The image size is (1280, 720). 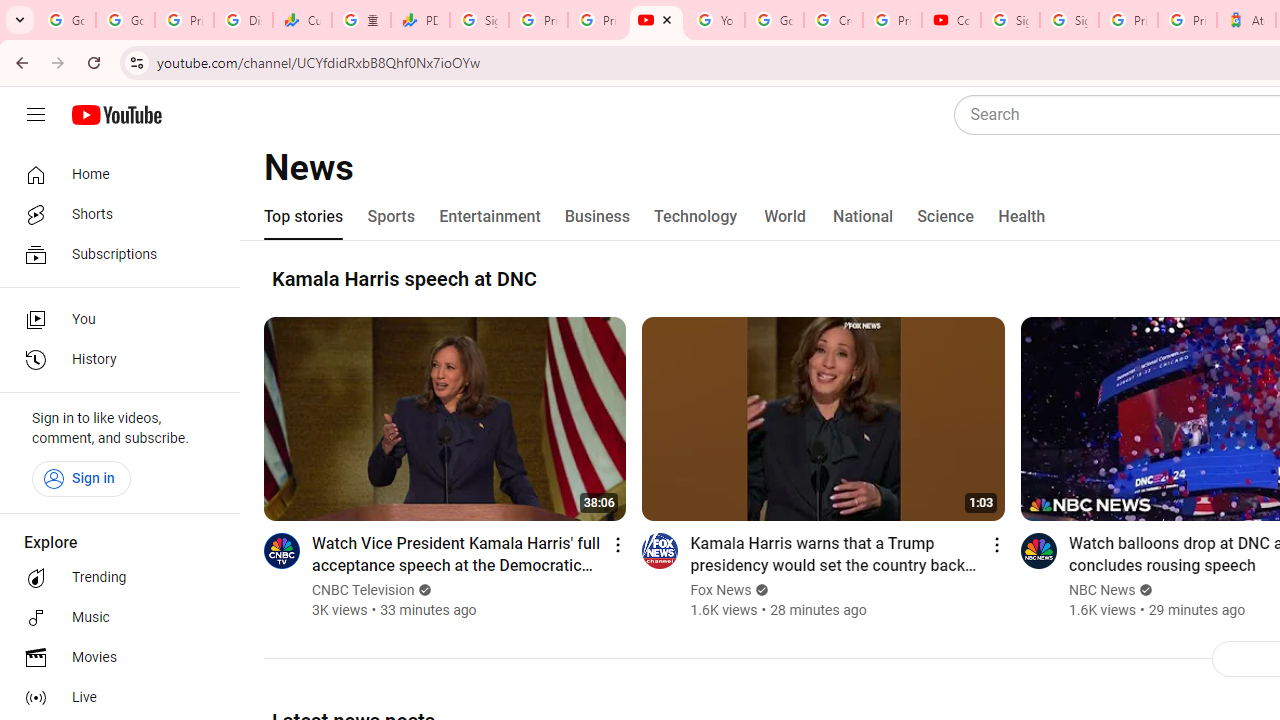 What do you see at coordinates (1021, 217) in the screenshot?
I see `'Health'` at bounding box center [1021, 217].